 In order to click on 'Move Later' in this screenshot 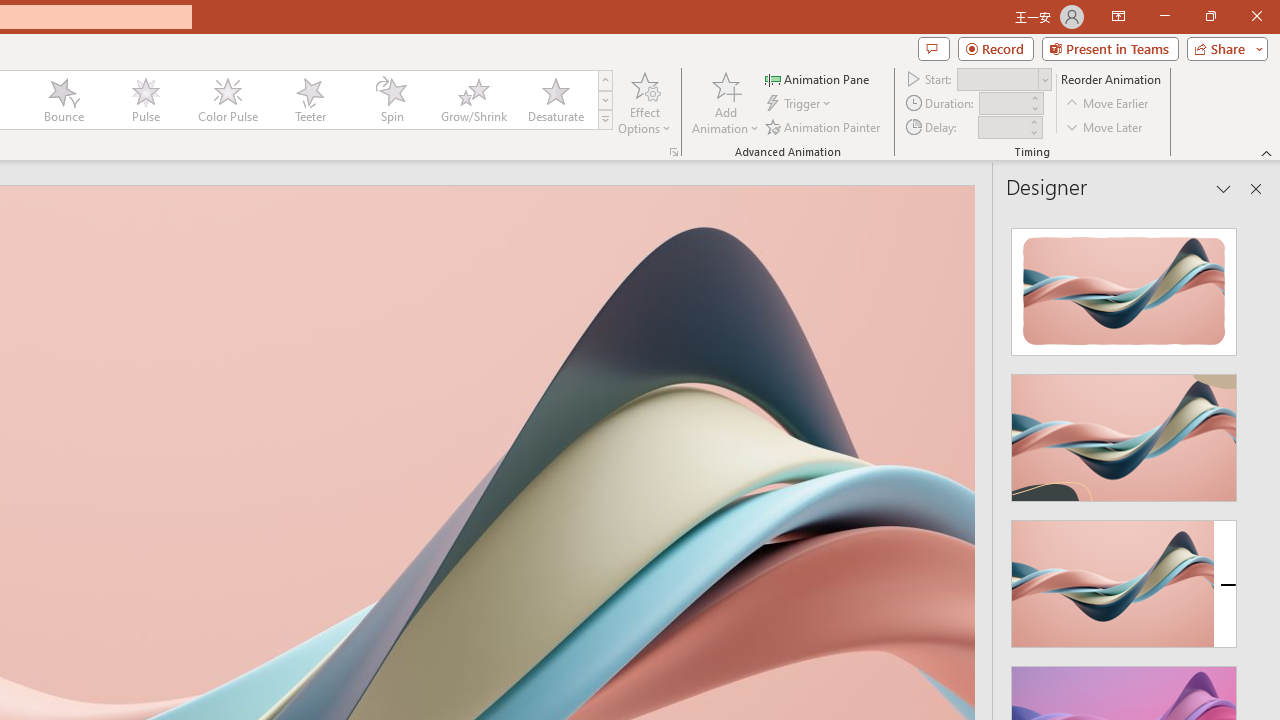, I will do `click(1104, 127)`.